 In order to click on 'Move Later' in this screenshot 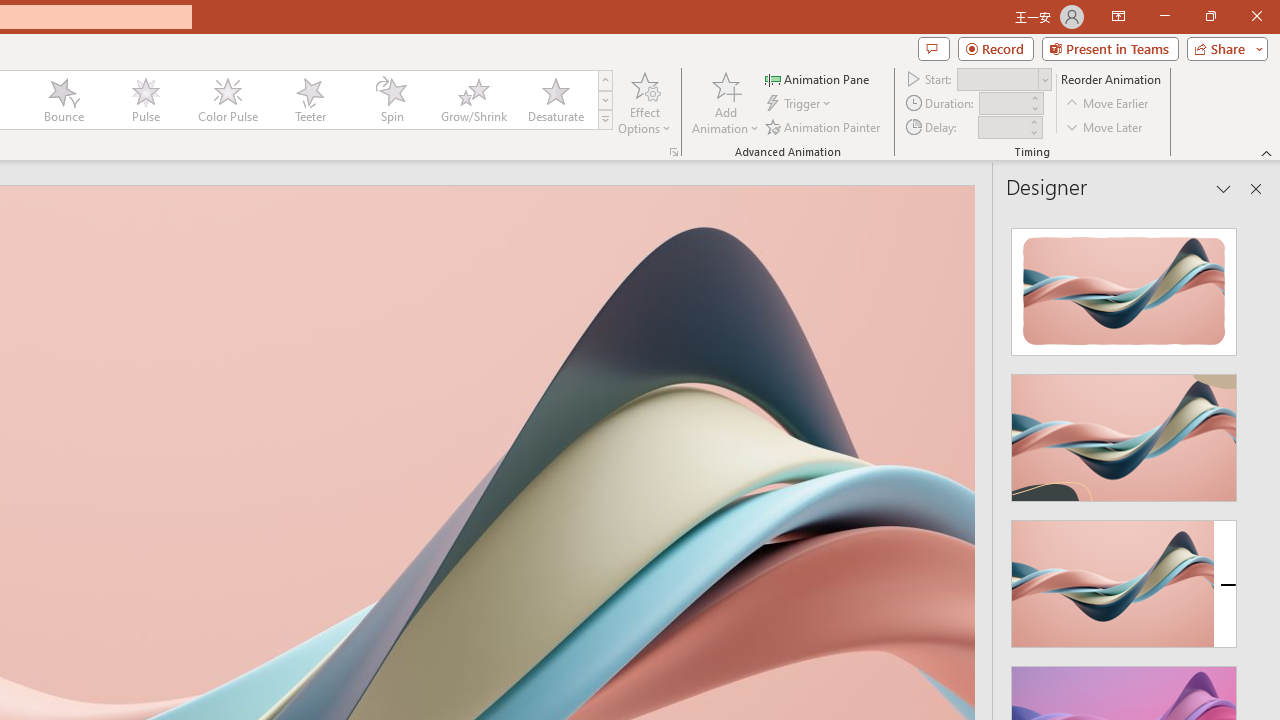, I will do `click(1104, 127)`.